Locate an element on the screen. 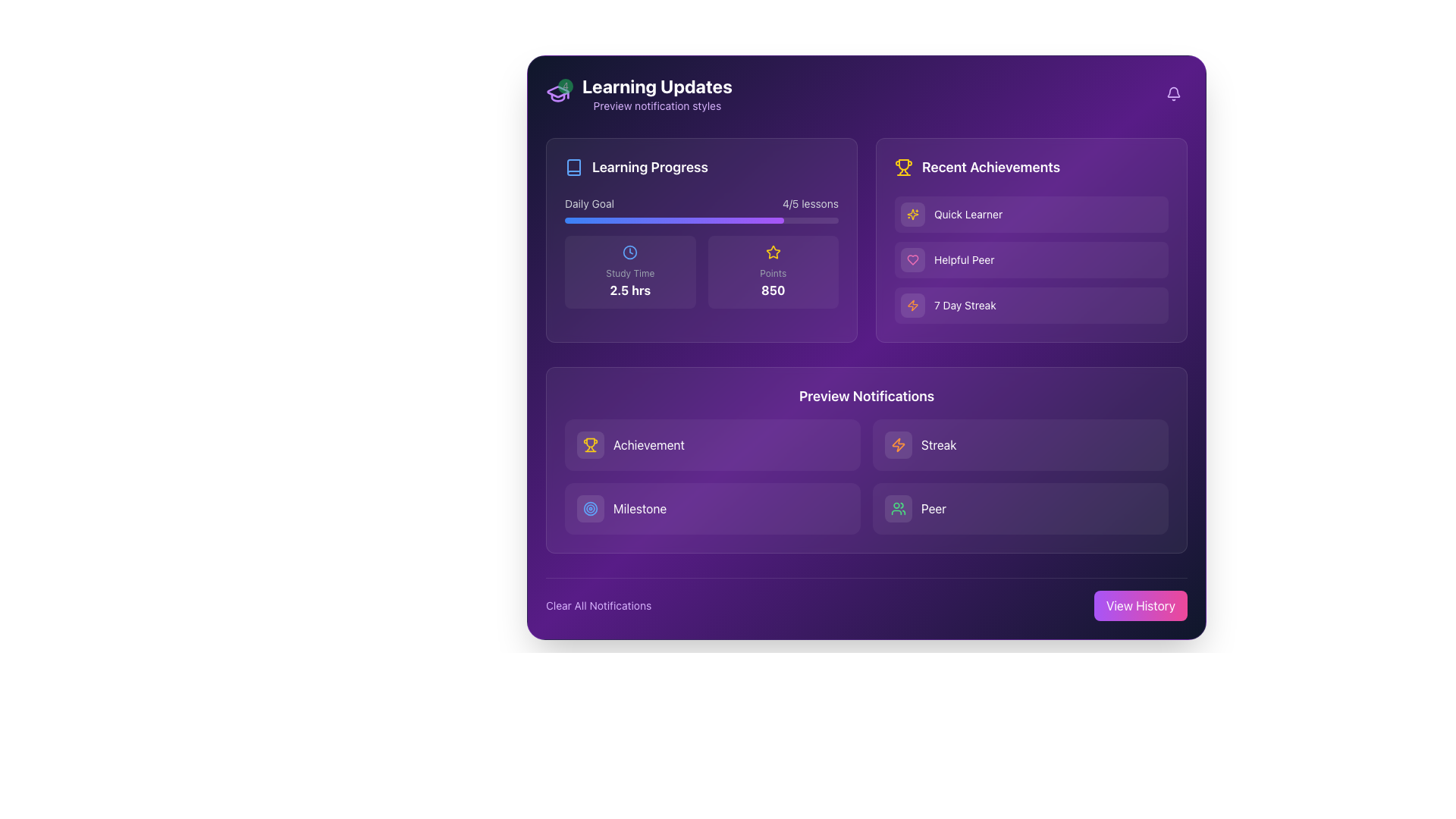  the actionable card button located in the 'Preview Notifications' section, right column, second row, below 'Achievement' card and above 'Peer' card is located at coordinates (1020, 444).